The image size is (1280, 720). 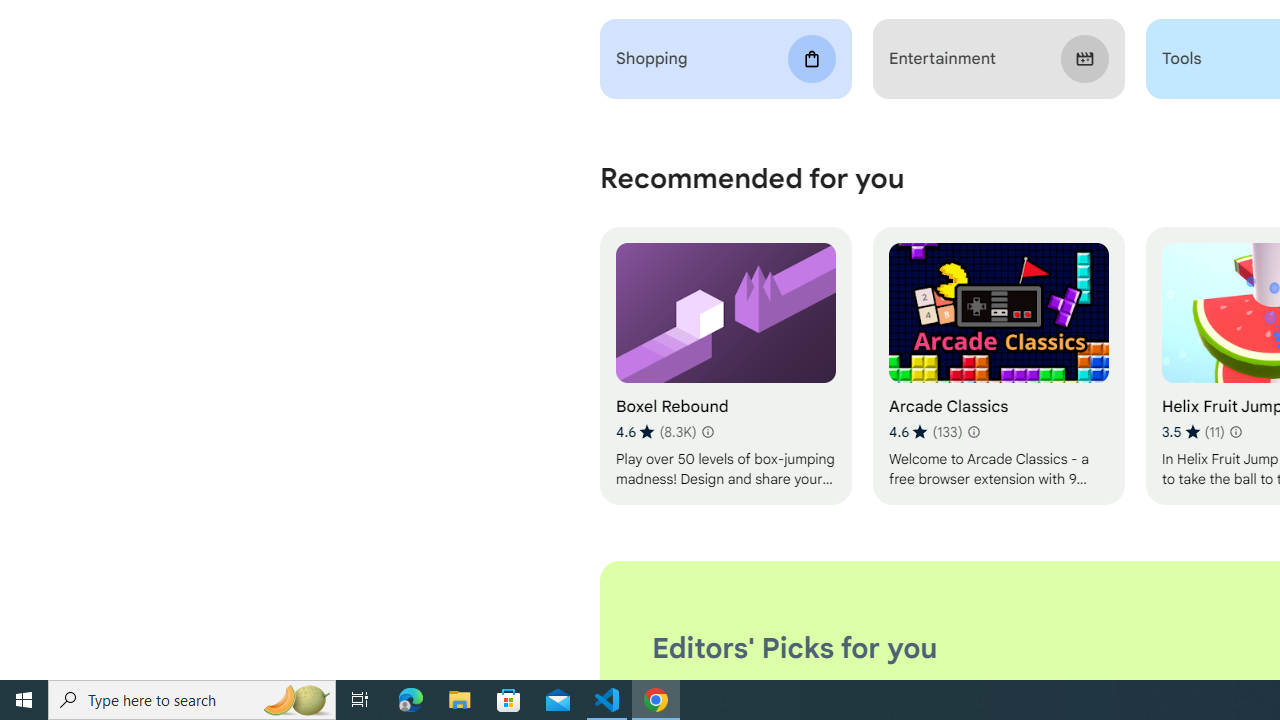 I want to click on 'Microsoft Store', so click(x=509, y=698).